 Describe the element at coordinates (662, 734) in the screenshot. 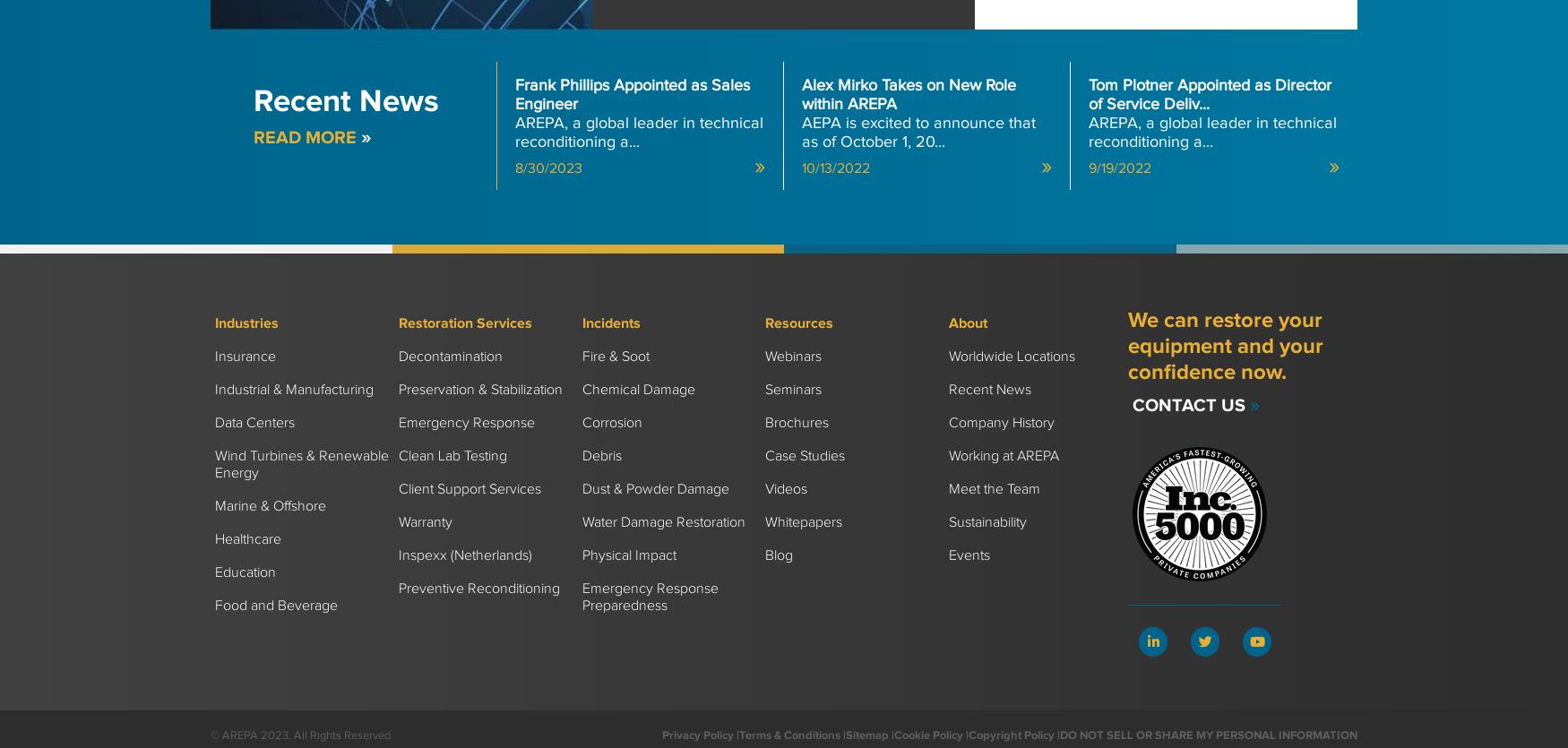

I see `'Privacy Policy'` at that location.